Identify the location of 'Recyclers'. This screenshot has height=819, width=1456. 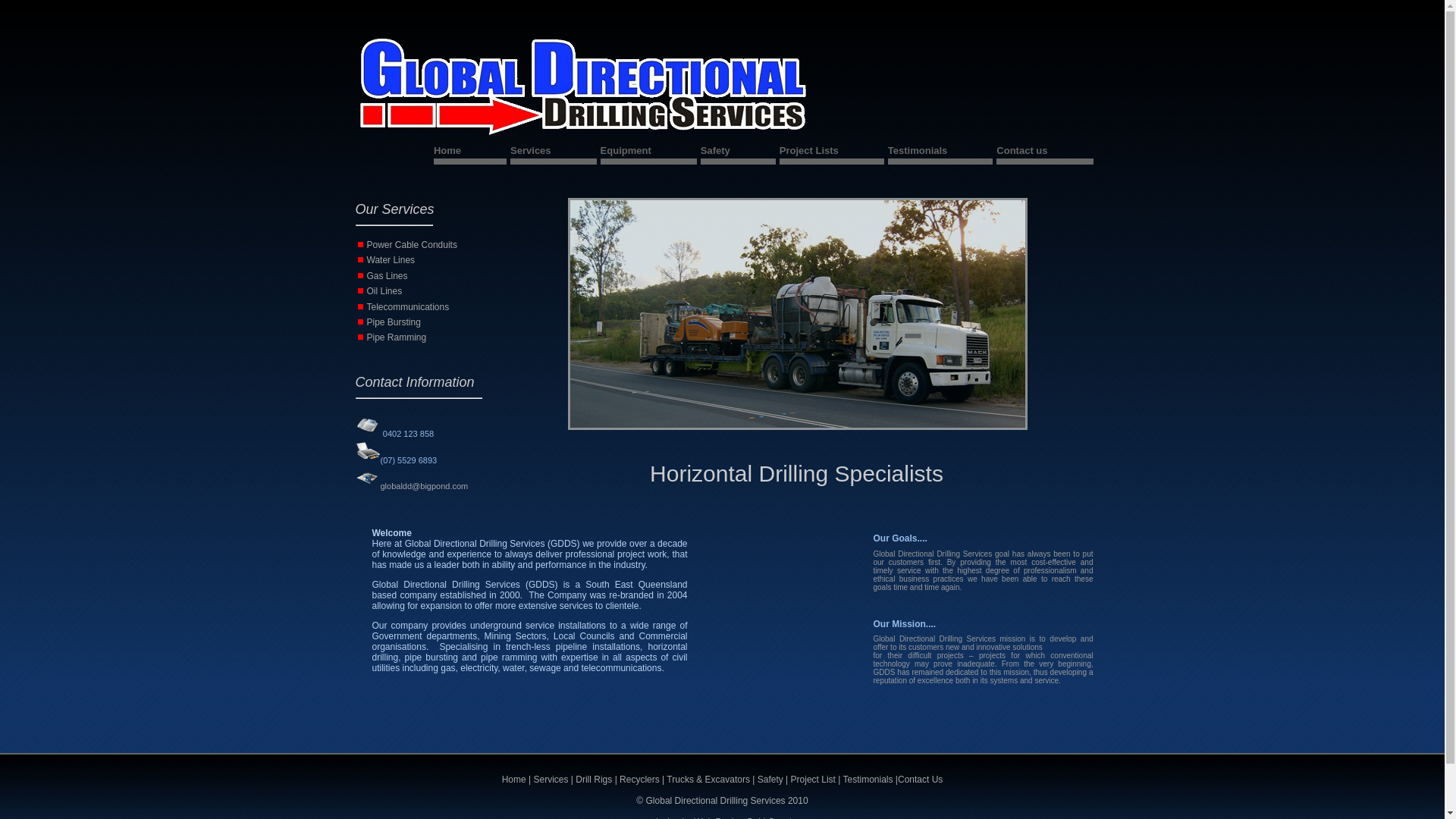
(639, 780).